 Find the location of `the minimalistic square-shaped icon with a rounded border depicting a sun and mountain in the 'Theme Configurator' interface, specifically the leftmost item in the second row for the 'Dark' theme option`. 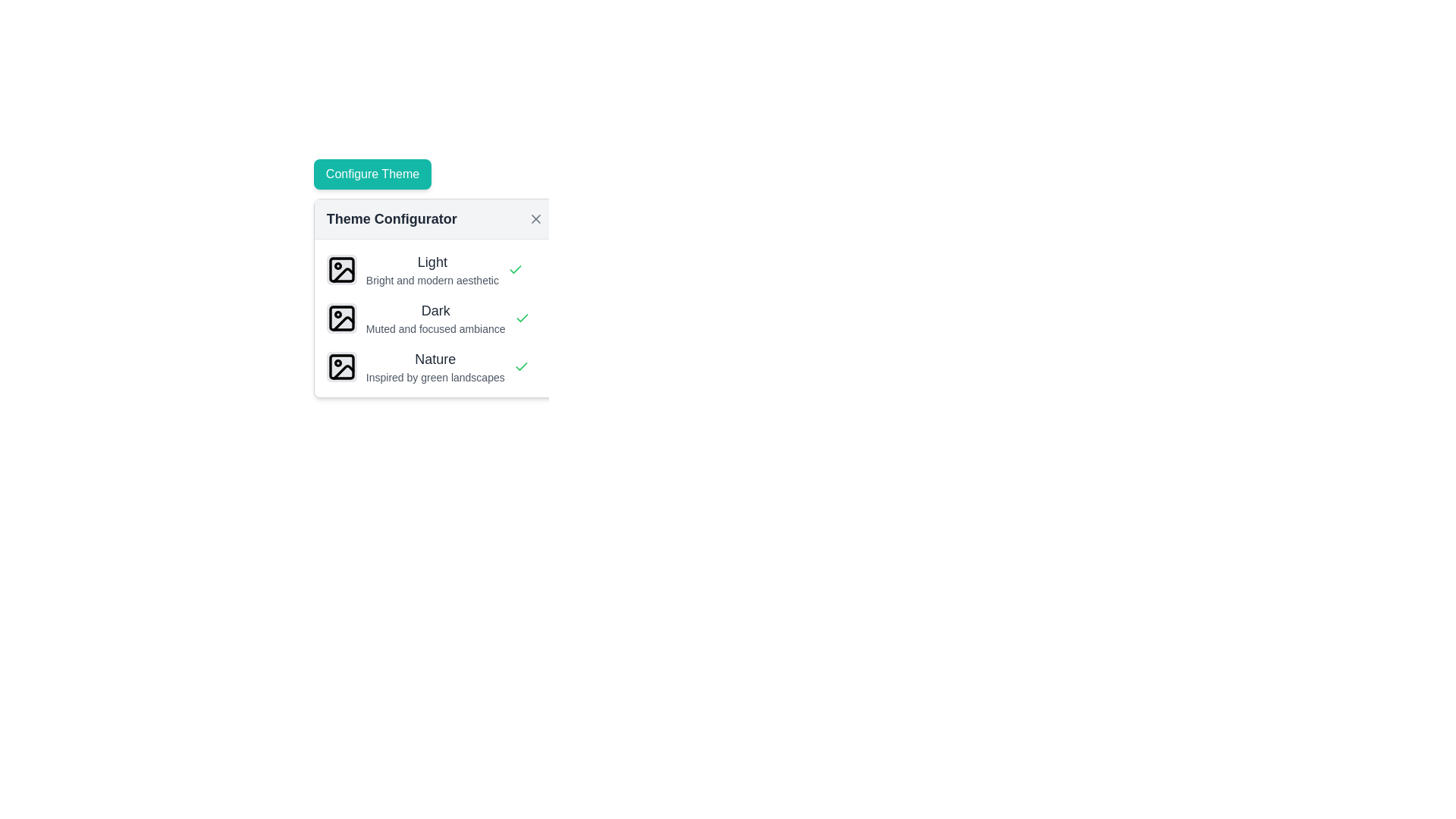

the minimalistic square-shaped icon with a rounded border depicting a sun and mountain in the 'Theme Configurator' interface, specifically the leftmost item in the second row for the 'Dark' theme option is located at coordinates (340, 318).